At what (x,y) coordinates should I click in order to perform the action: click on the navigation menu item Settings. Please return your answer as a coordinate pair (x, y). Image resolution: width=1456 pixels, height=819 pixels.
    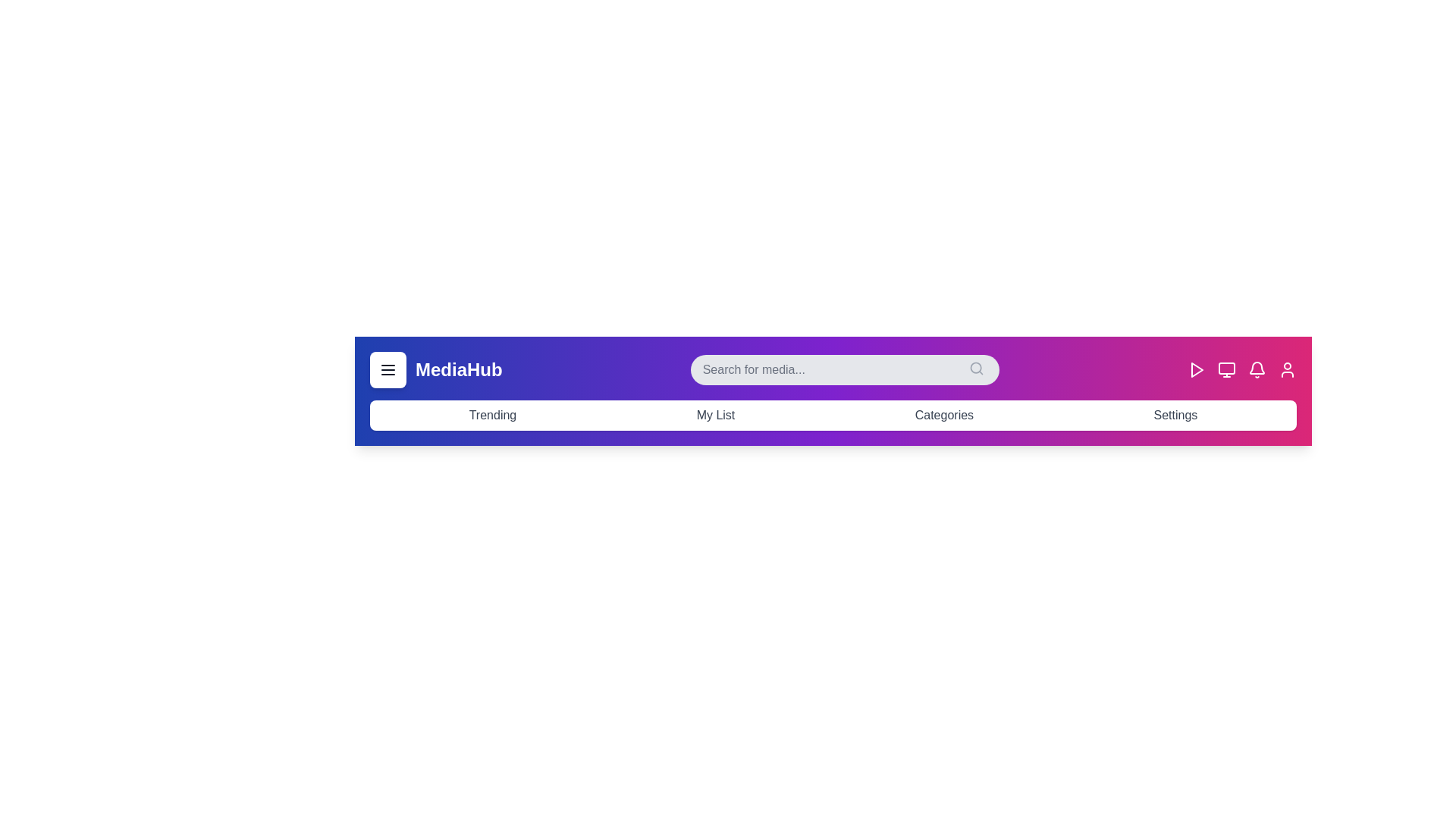
    Looking at the image, I should click on (1175, 415).